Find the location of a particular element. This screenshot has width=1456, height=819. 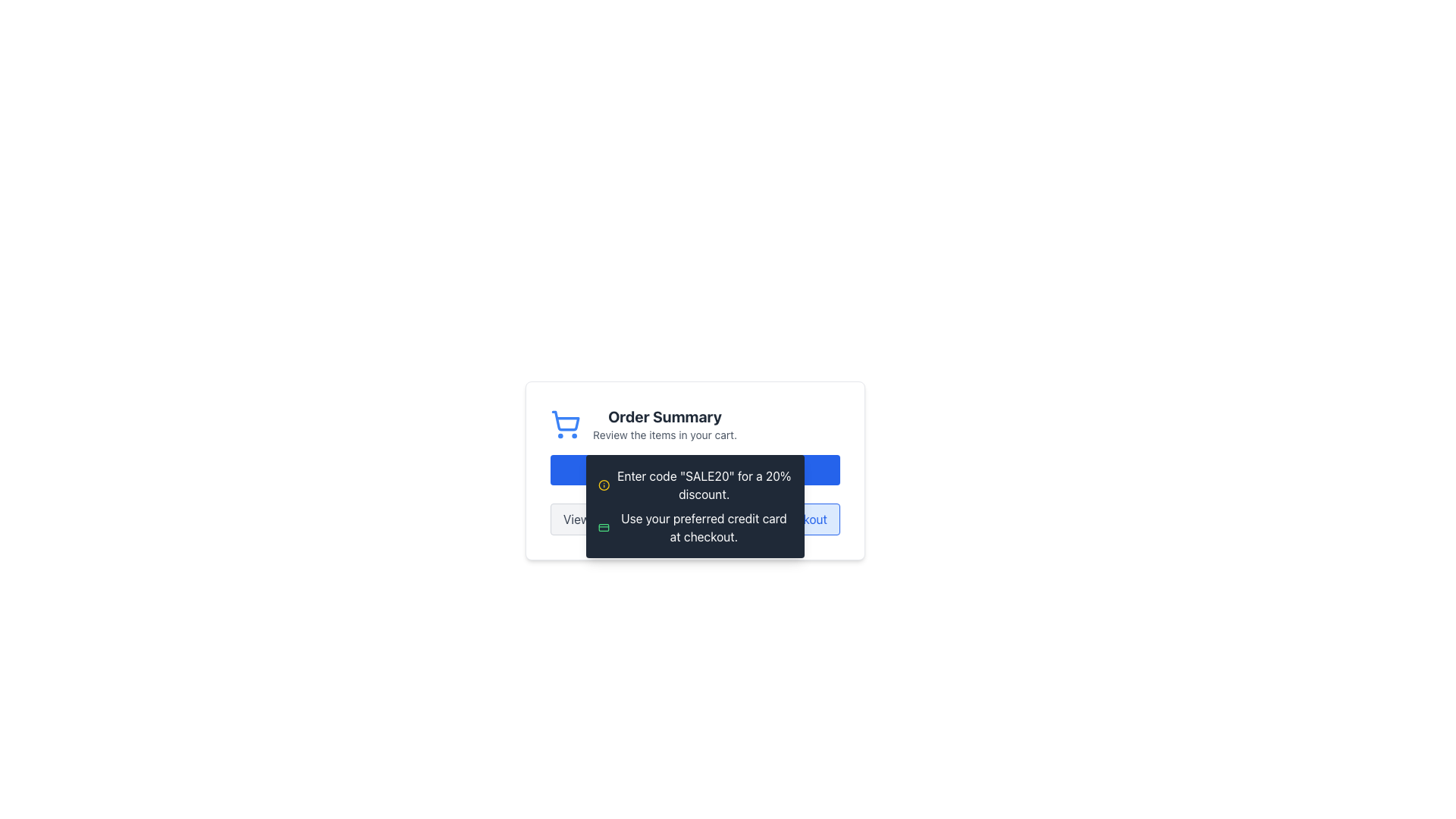

the circular graphical component with a yellow outline that represents an information symbol, located at the center of the tooltip explaining a discount code is located at coordinates (603, 485).